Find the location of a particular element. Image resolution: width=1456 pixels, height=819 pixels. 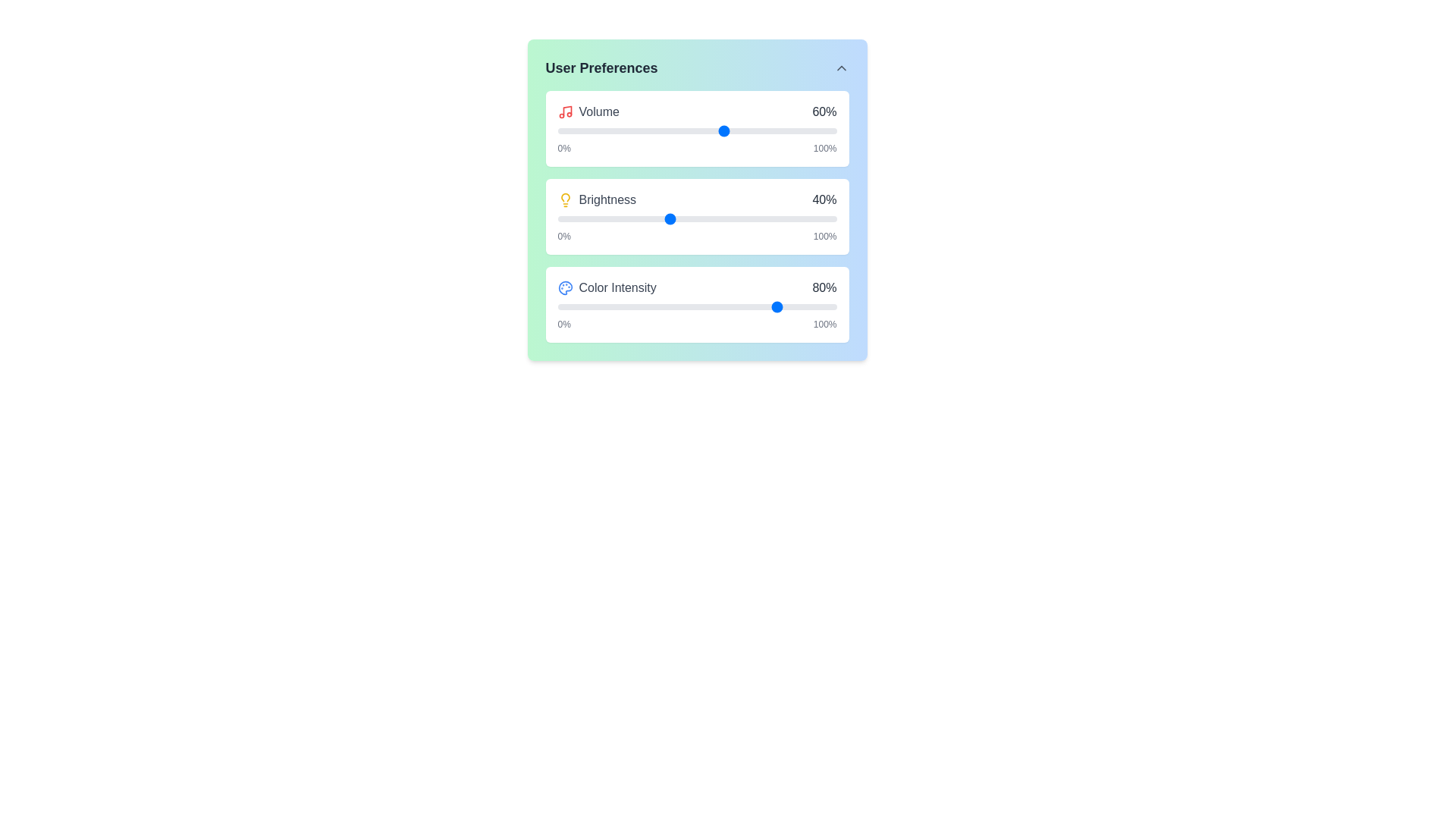

the volume is located at coordinates (753, 130).